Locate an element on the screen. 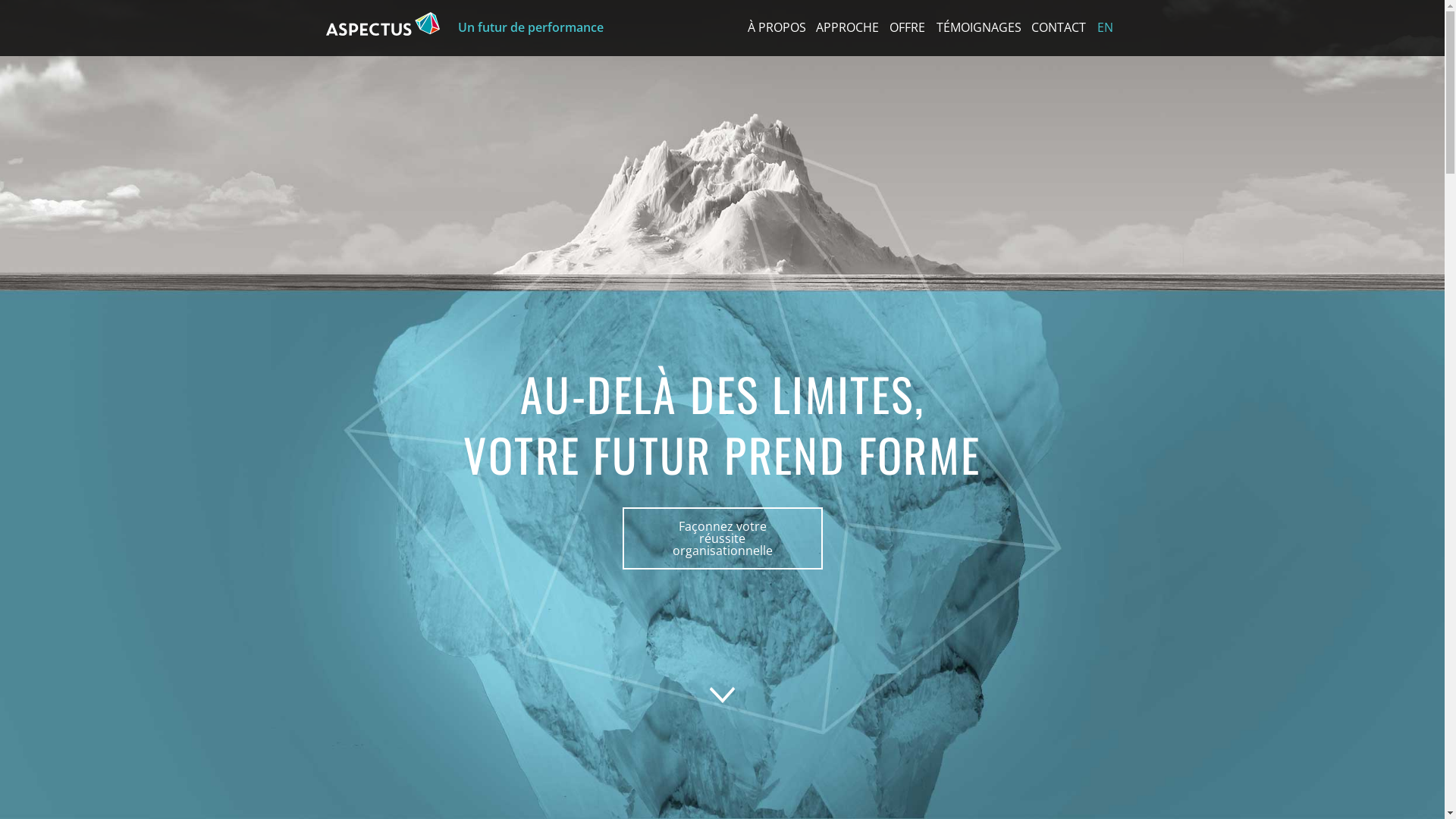  'EN' is located at coordinates (1105, 27).